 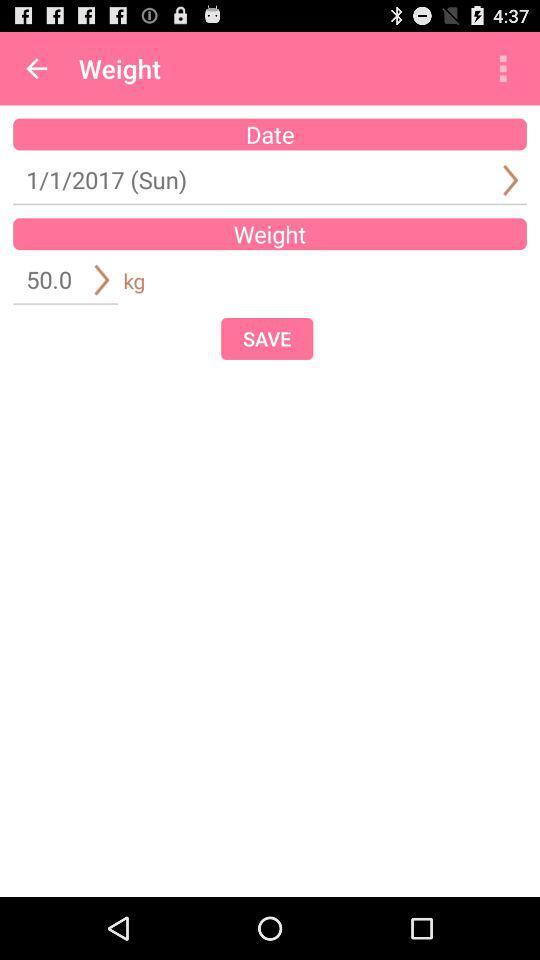 What do you see at coordinates (502, 68) in the screenshot?
I see `item next to the weight icon` at bounding box center [502, 68].